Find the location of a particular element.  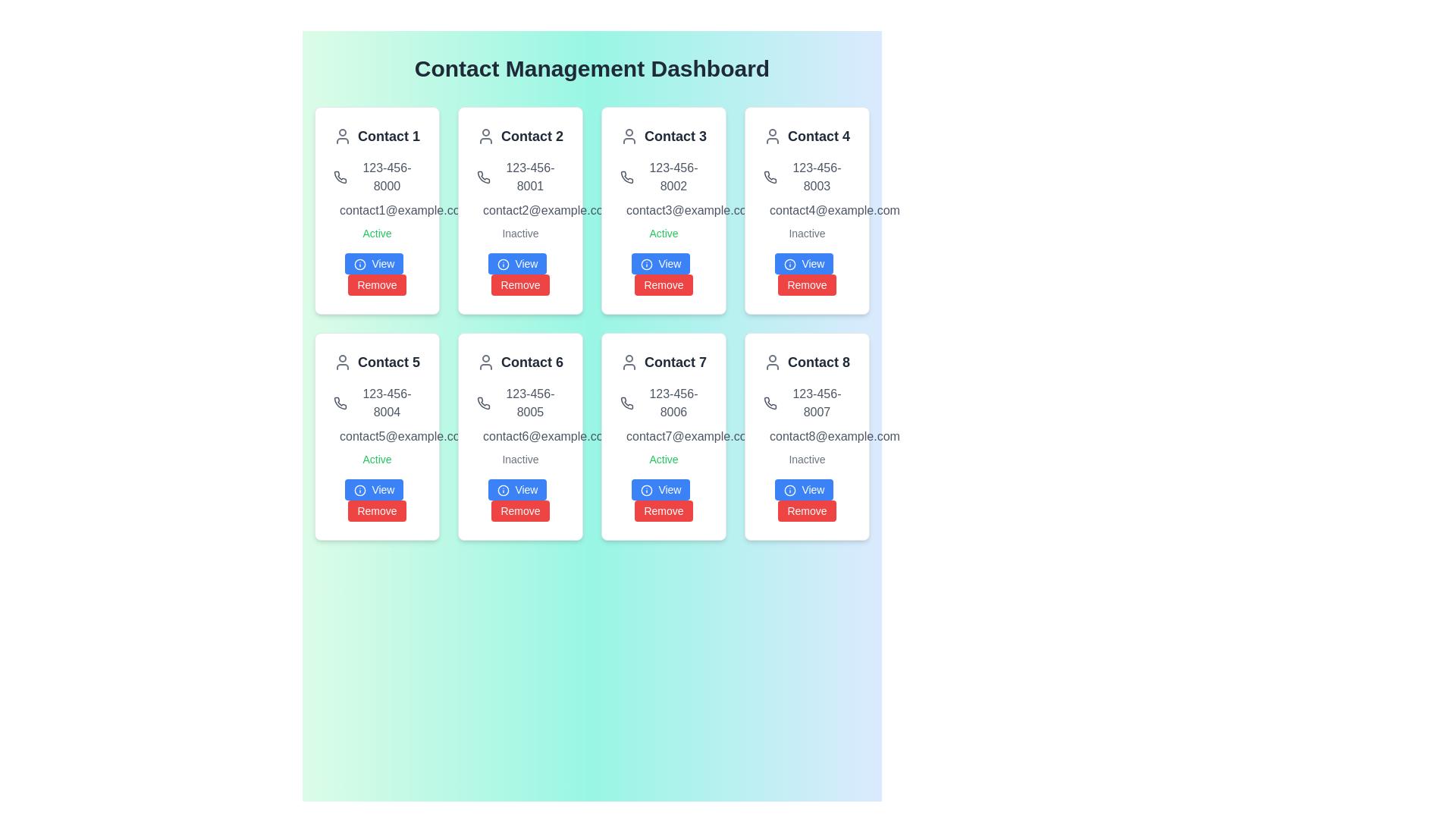

the 'Inactive' label in the contact card for 'Contact 4', which is a small light gray text label located in the bottom section of the card, centered horizontally beneath the email information is located at coordinates (806, 234).